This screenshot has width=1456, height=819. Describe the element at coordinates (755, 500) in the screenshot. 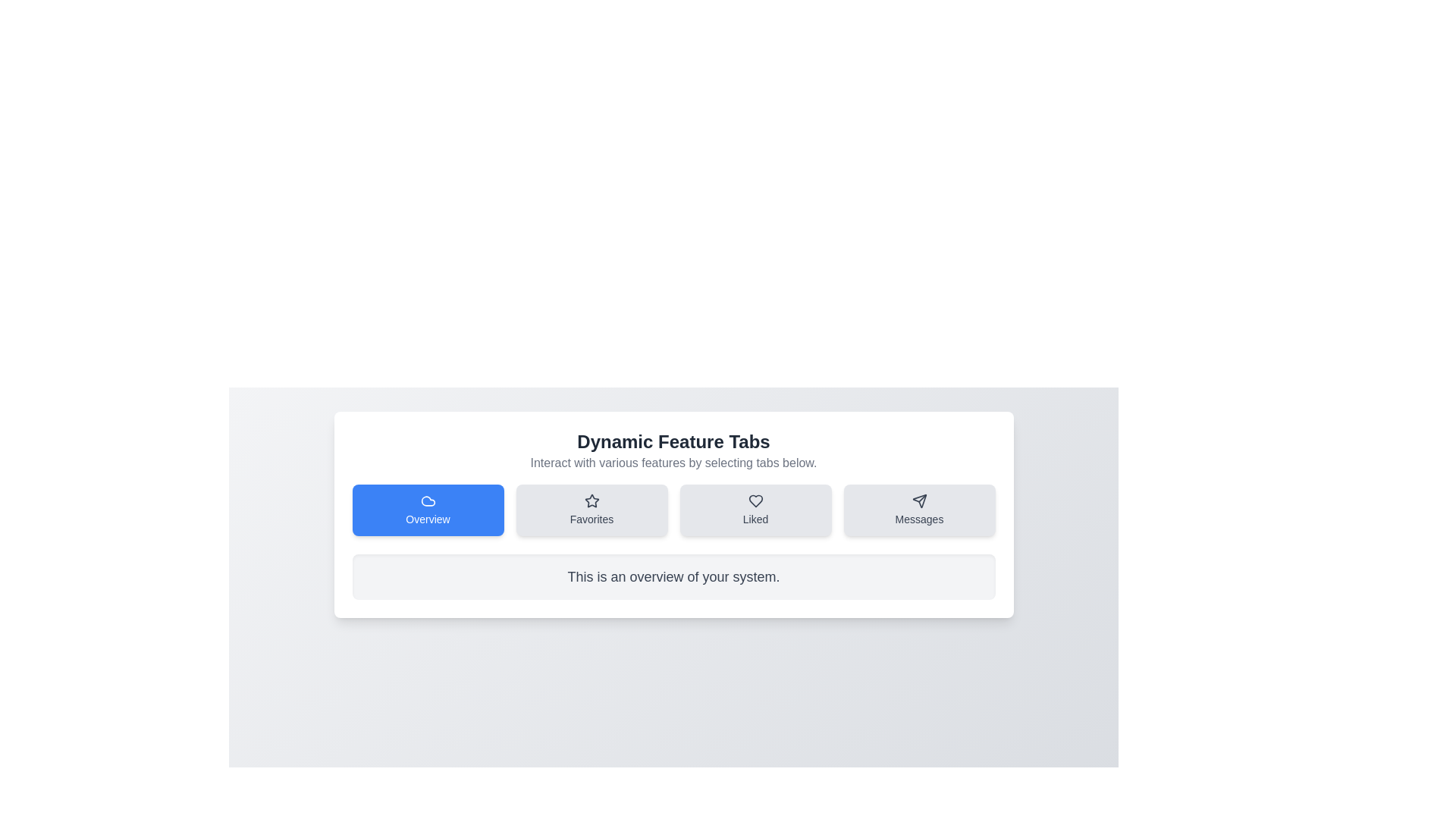

I see `the heart-shaped icon with a dark stroke and hollow interior, located in the third column of the navigation bar above the 'Liked' label` at that location.